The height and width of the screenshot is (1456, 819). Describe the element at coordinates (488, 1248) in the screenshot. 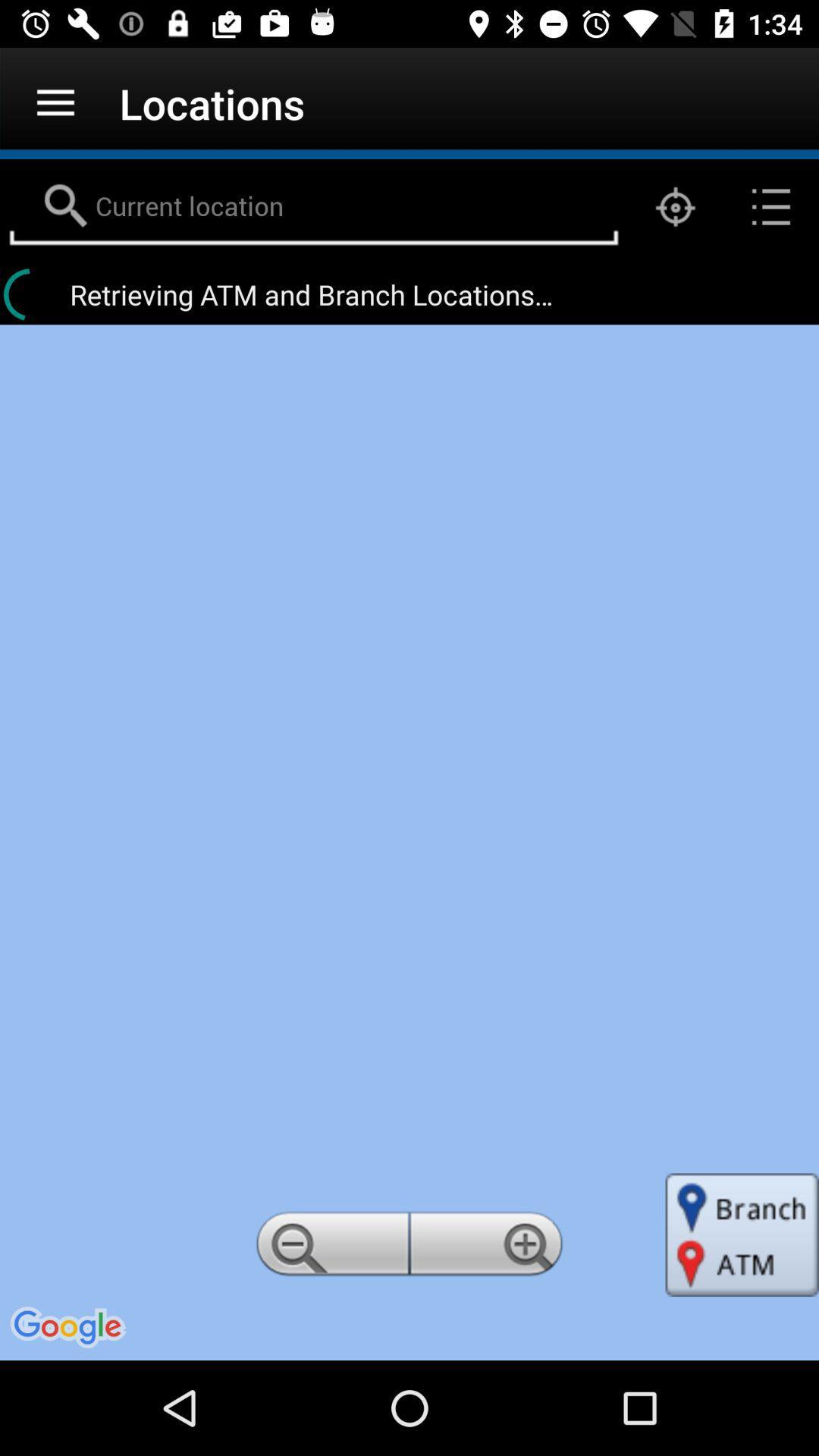

I see `shows the add option` at that location.